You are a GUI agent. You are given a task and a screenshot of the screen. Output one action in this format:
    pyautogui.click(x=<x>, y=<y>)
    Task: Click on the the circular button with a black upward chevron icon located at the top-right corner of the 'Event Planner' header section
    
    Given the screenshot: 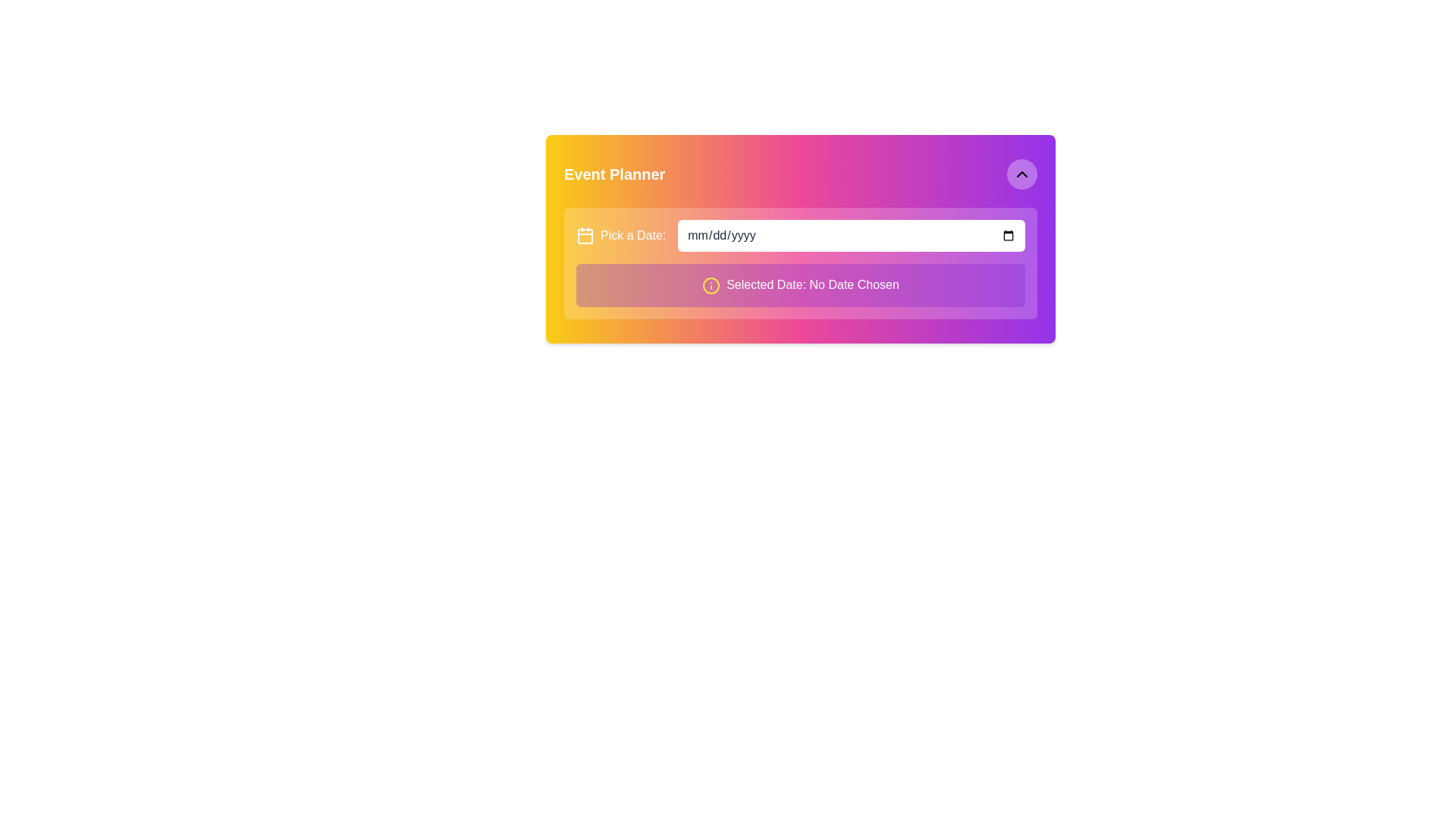 What is the action you would take?
    pyautogui.click(x=1022, y=174)
    